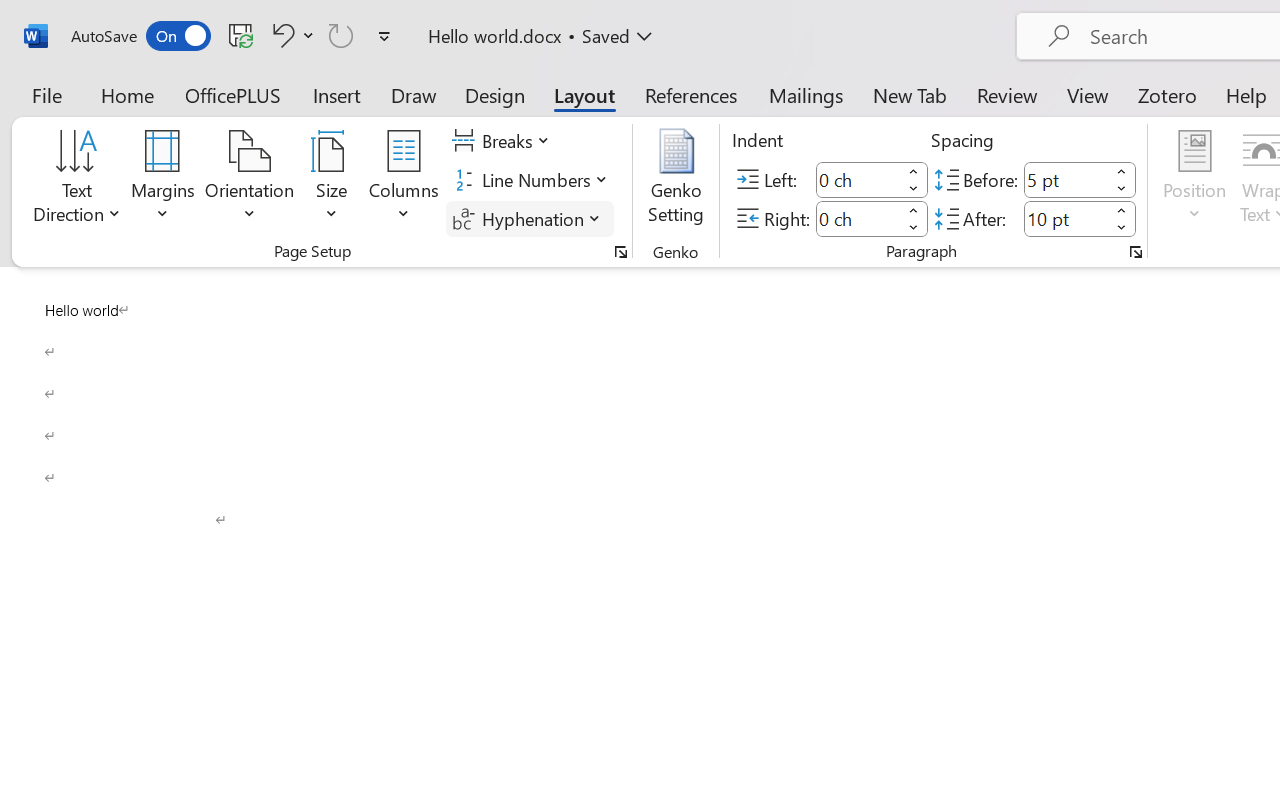  Describe the element at coordinates (620, 251) in the screenshot. I see `'Page Setup...'` at that location.